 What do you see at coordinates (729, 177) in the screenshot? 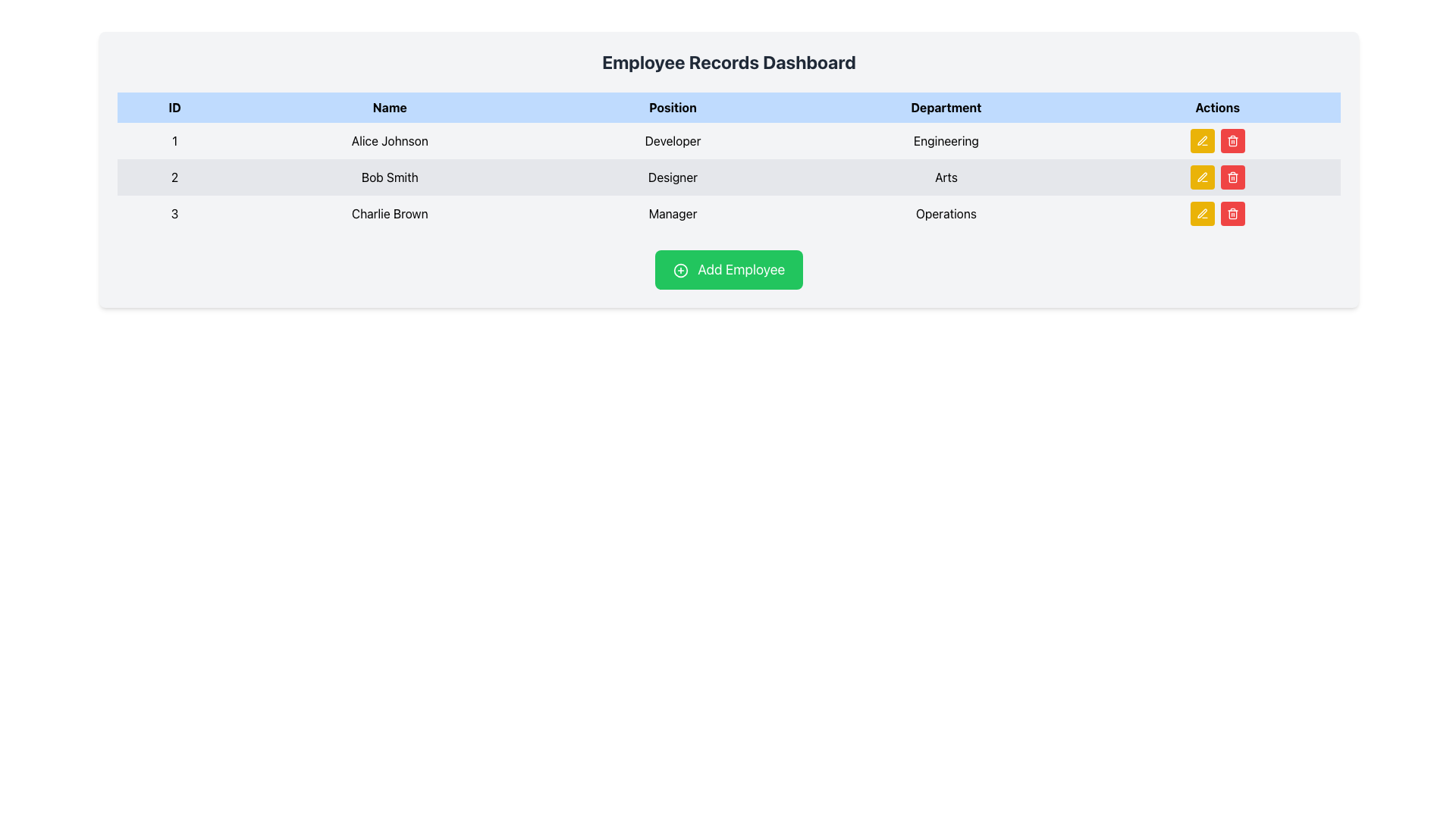
I see `the second row in the employee information table displaying data for 'Bob Smith'` at bounding box center [729, 177].